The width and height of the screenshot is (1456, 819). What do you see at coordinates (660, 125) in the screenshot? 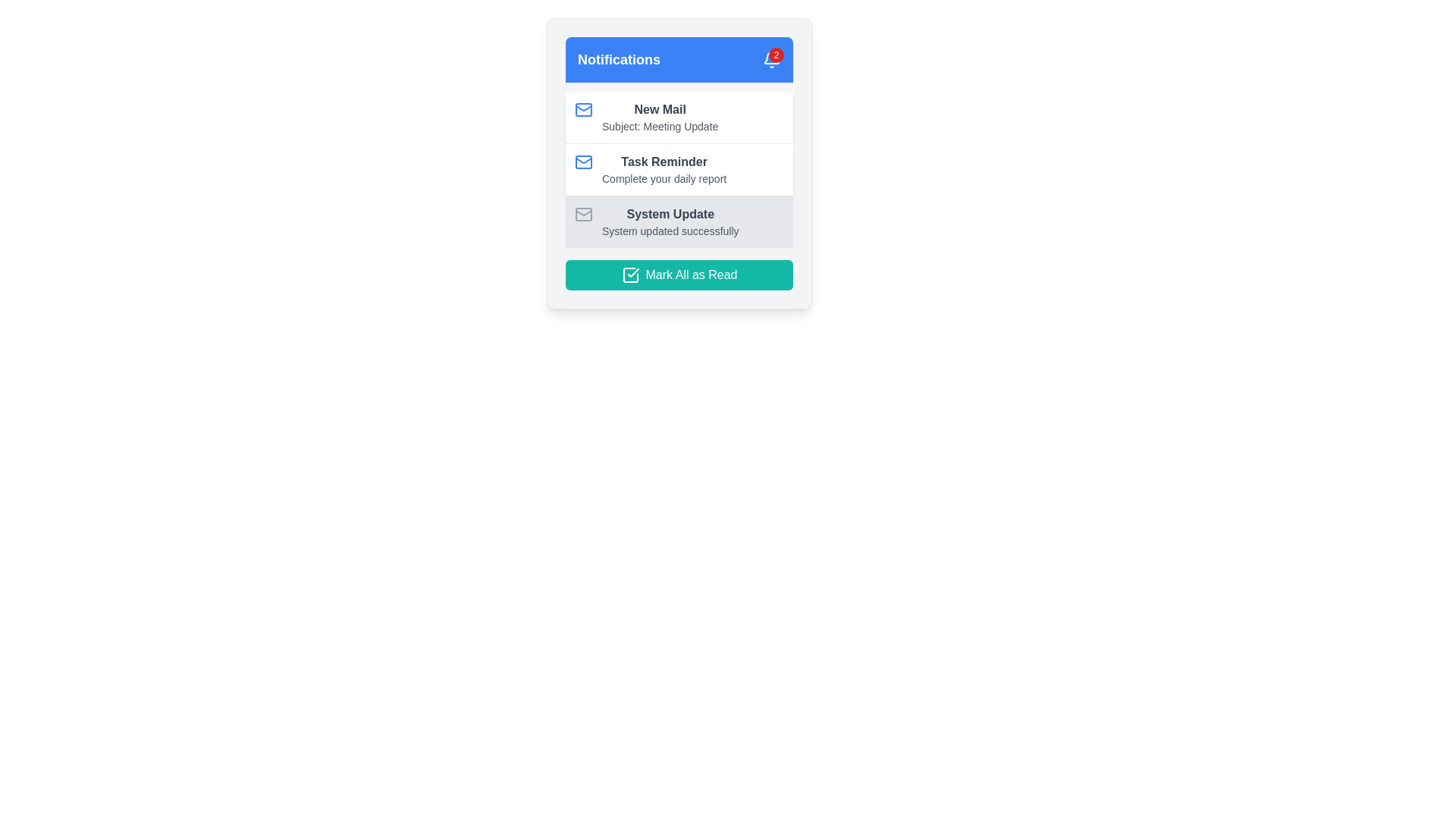
I see `the static text label that provides information about the email titled 'New Mail', located below the 'New Mail' text in the notifications panel` at bounding box center [660, 125].